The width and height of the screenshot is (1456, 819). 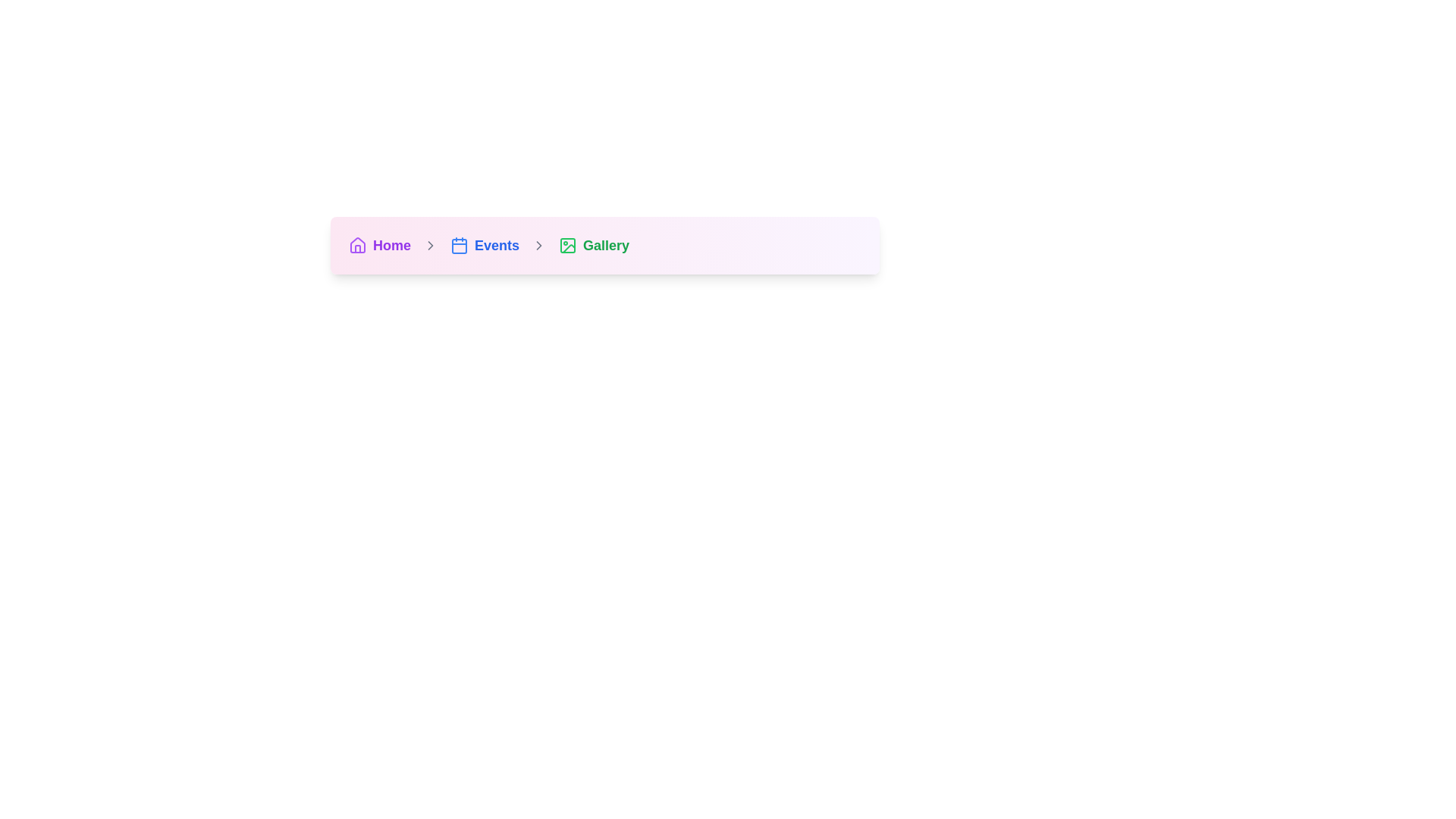 What do you see at coordinates (538, 245) in the screenshot?
I see `the SVG arrow icon located between the 'Events' and 'Gallery' links in the breadcrumb navigation` at bounding box center [538, 245].